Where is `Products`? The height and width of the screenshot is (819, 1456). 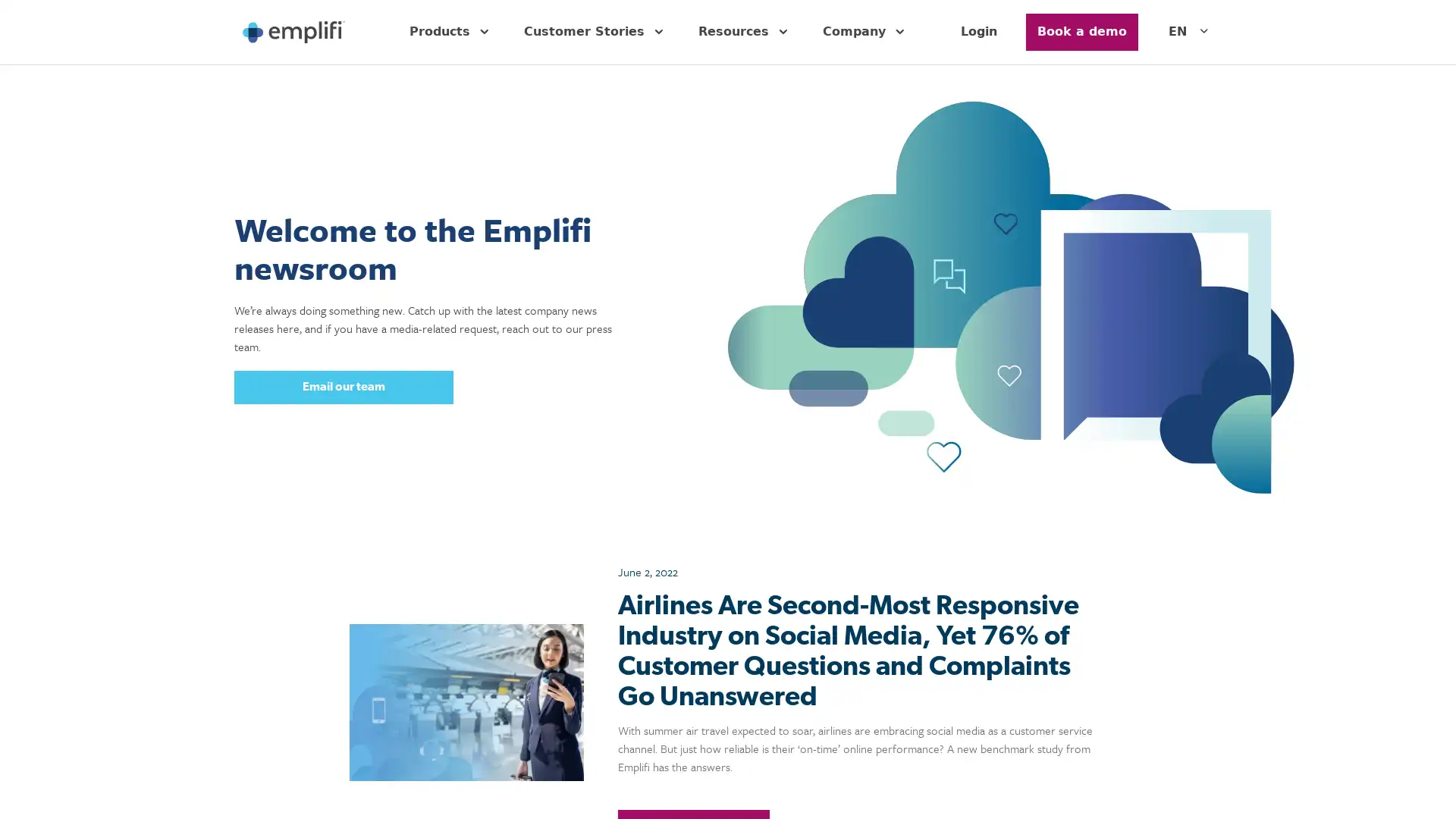
Products is located at coordinates (450, 32).